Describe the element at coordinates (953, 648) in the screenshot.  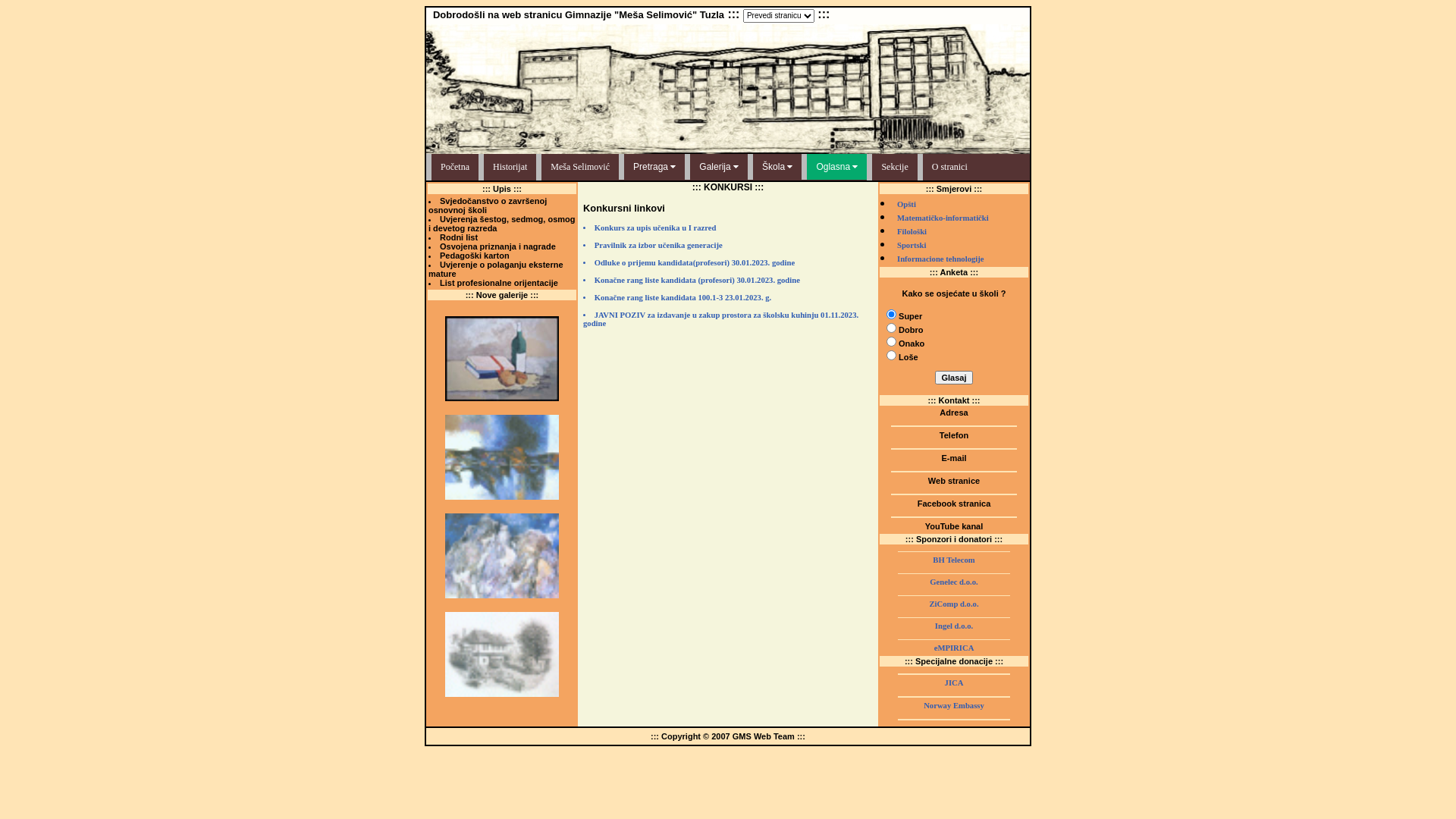
I see `'eMPIRICA'` at that location.